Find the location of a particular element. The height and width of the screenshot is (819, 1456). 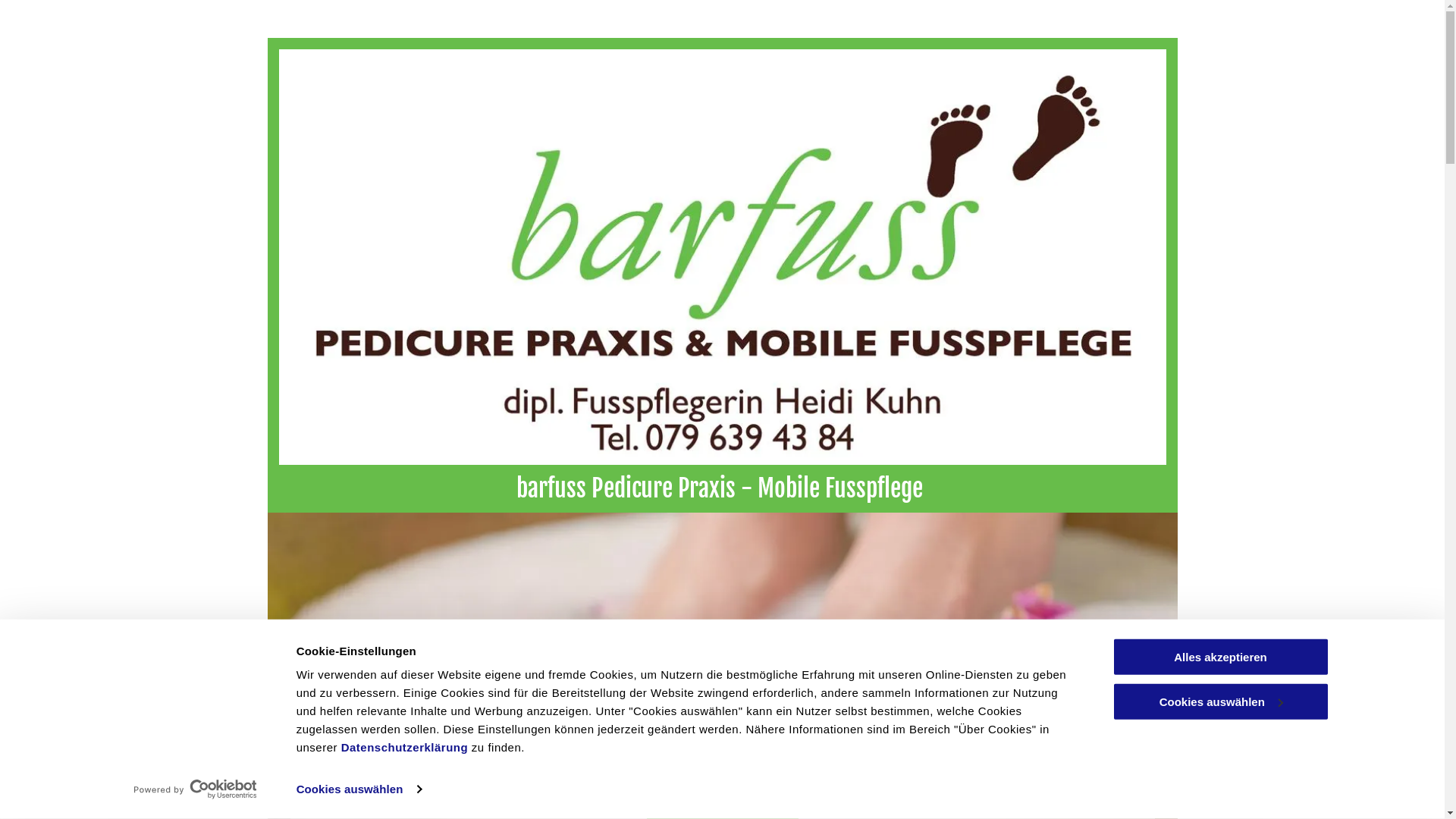

'Alles akzeptieren' is located at coordinates (1219, 656).